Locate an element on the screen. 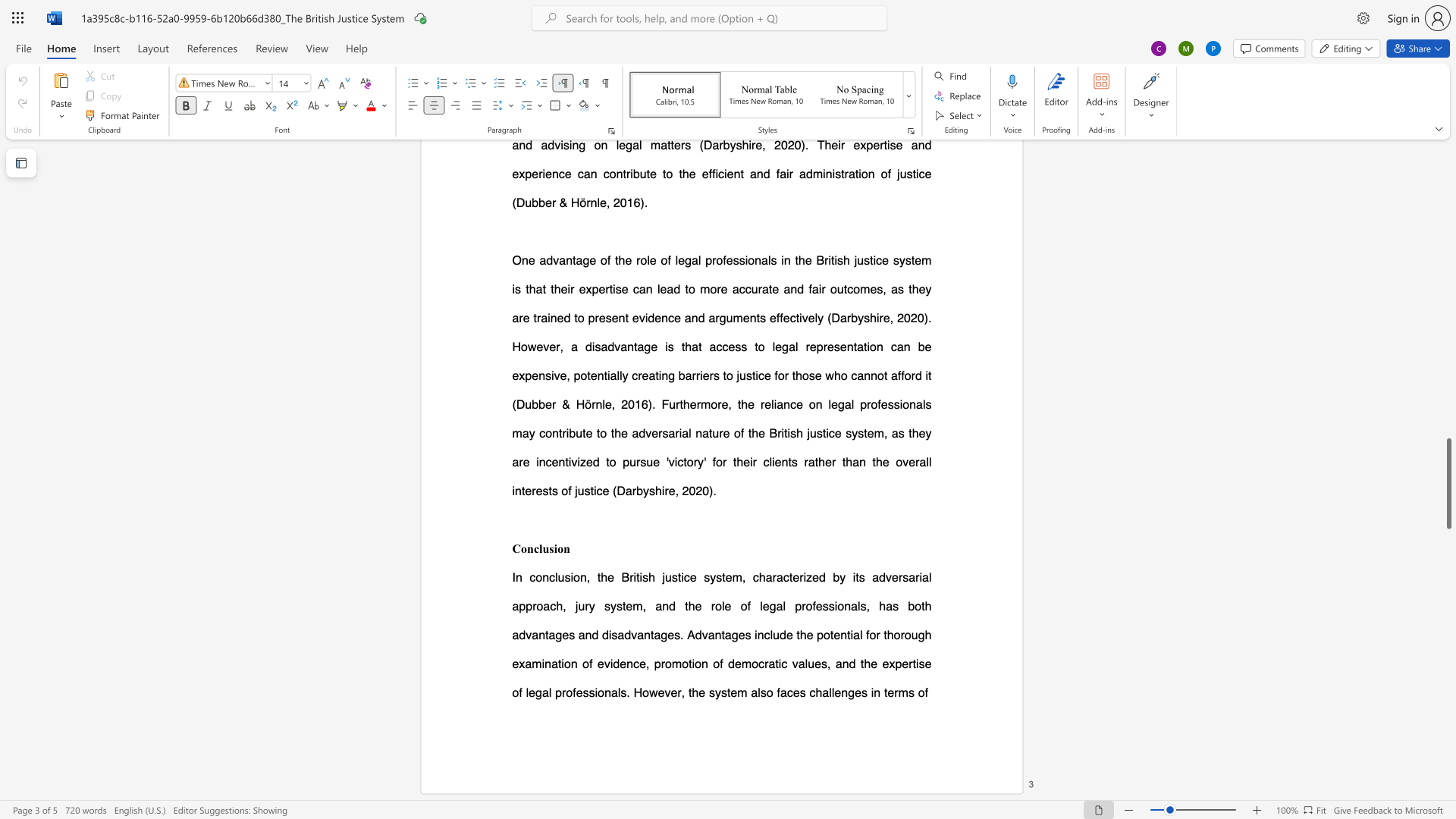 Image resolution: width=1456 pixels, height=819 pixels. the scrollbar on the right to move the page upward is located at coordinates (1448, 234).